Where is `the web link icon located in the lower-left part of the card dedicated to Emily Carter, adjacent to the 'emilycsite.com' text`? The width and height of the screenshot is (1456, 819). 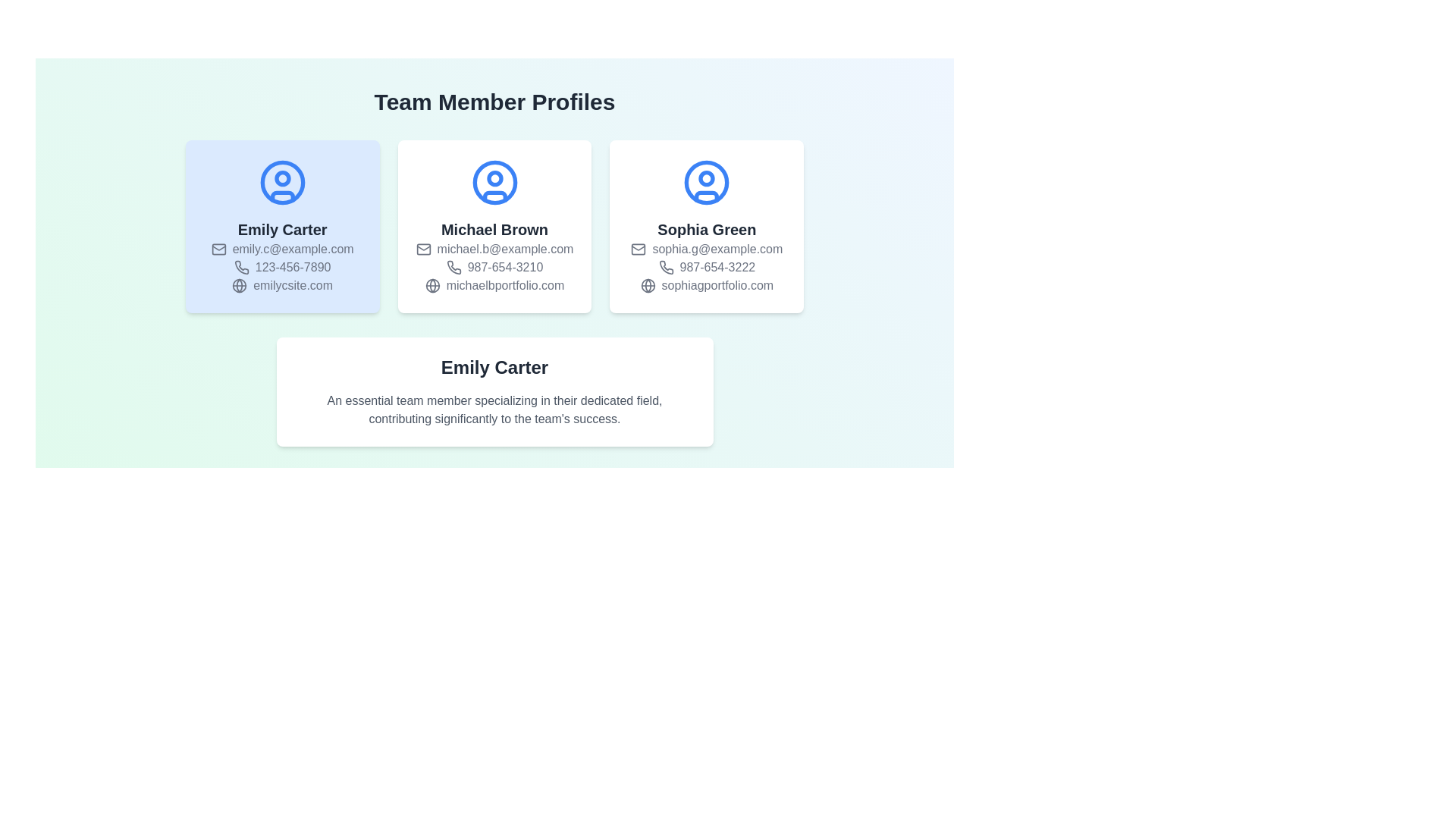
the web link icon located in the lower-left part of the card dedicated to Emily Carter, adjacent to the 'emilycsite.com' text is located at coordinates (239, 286).